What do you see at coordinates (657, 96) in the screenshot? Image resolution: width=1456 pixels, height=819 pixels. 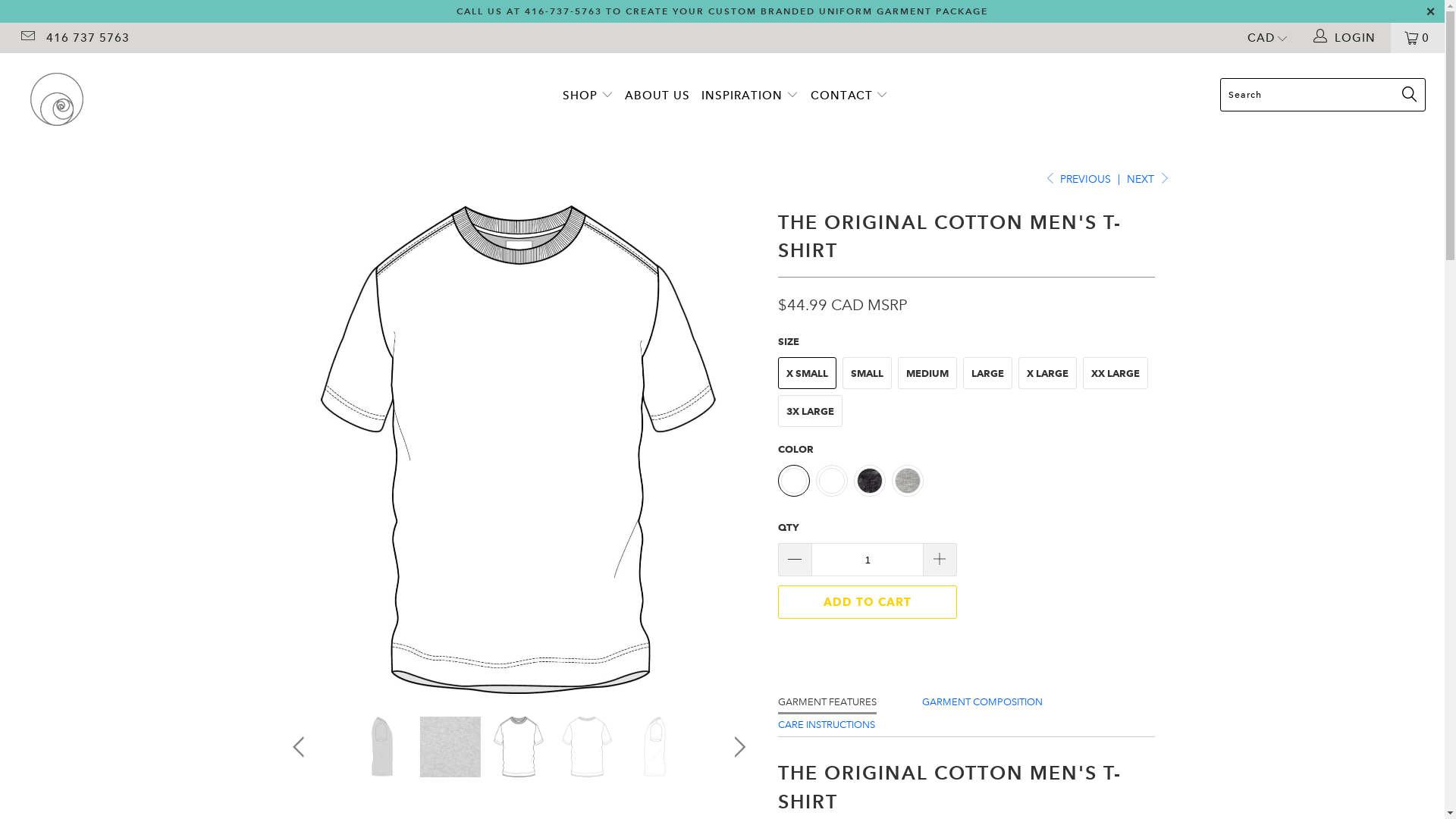 I see `'ABOUT US'` at bounding box center [657, 96].